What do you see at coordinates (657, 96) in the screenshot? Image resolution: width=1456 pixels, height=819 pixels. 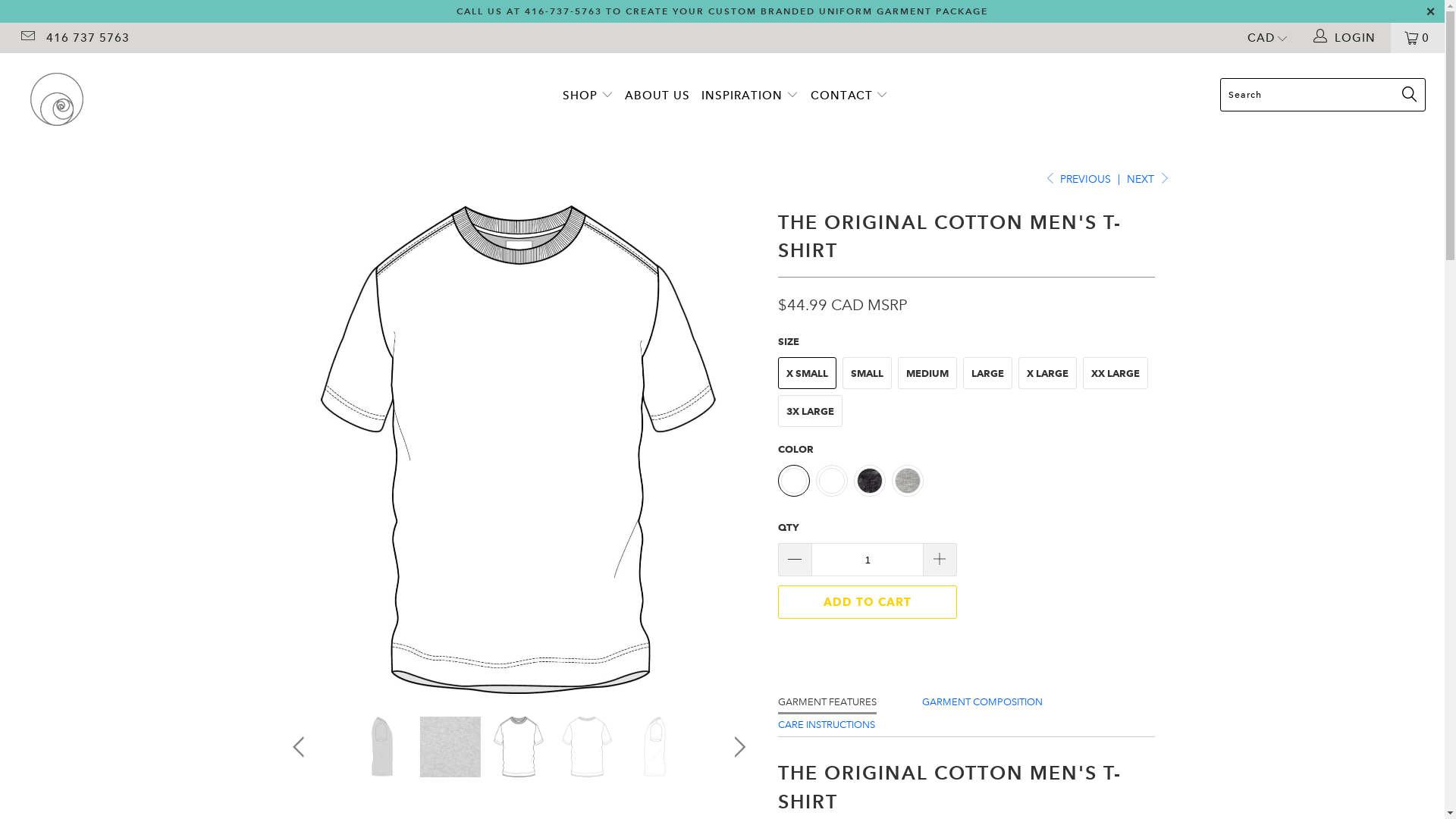 I see `'ABOUT US'` at bounding box center [657, 96].